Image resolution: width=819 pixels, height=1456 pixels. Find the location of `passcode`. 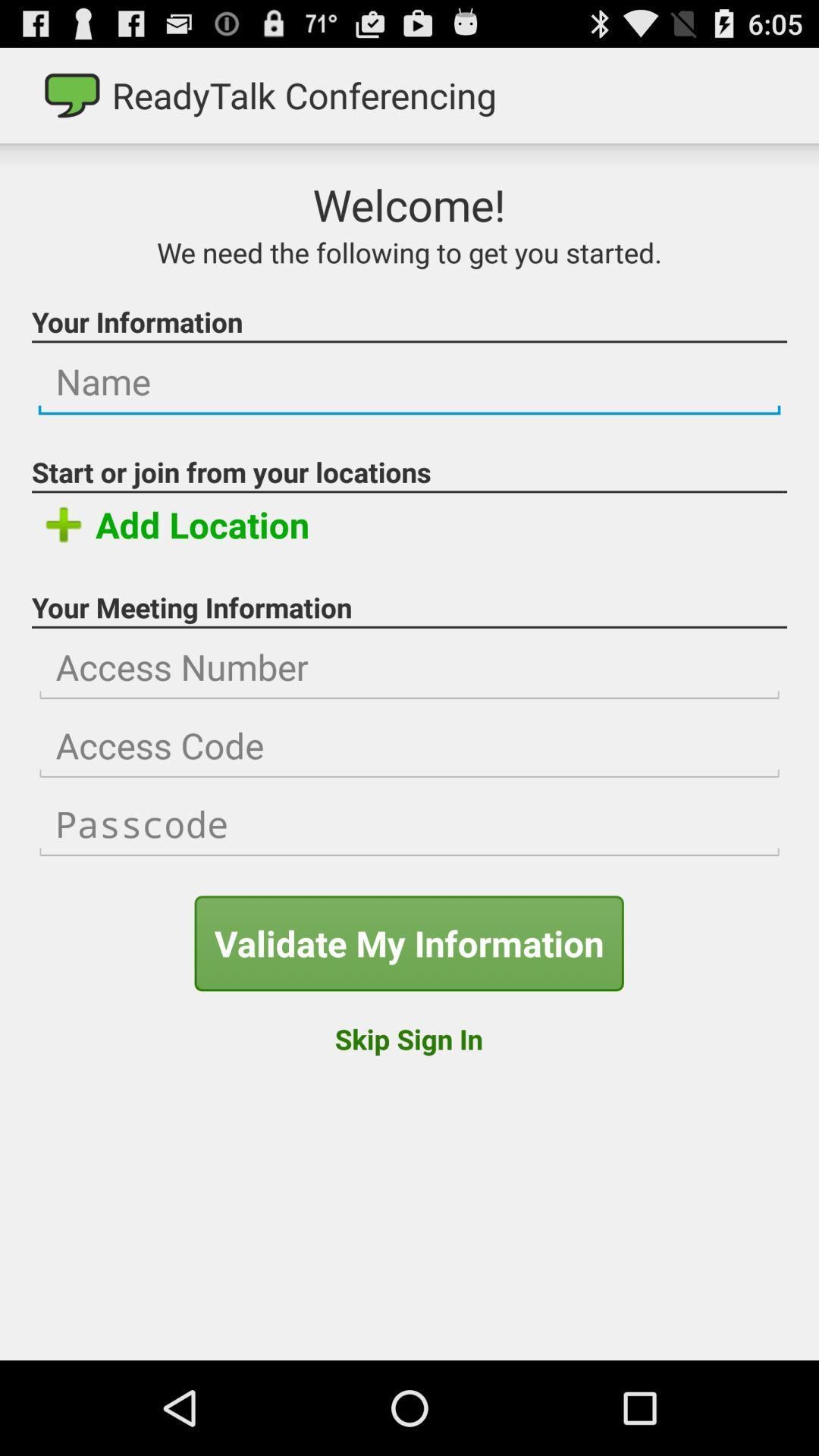

passcode is located at coordinates (409, 824).